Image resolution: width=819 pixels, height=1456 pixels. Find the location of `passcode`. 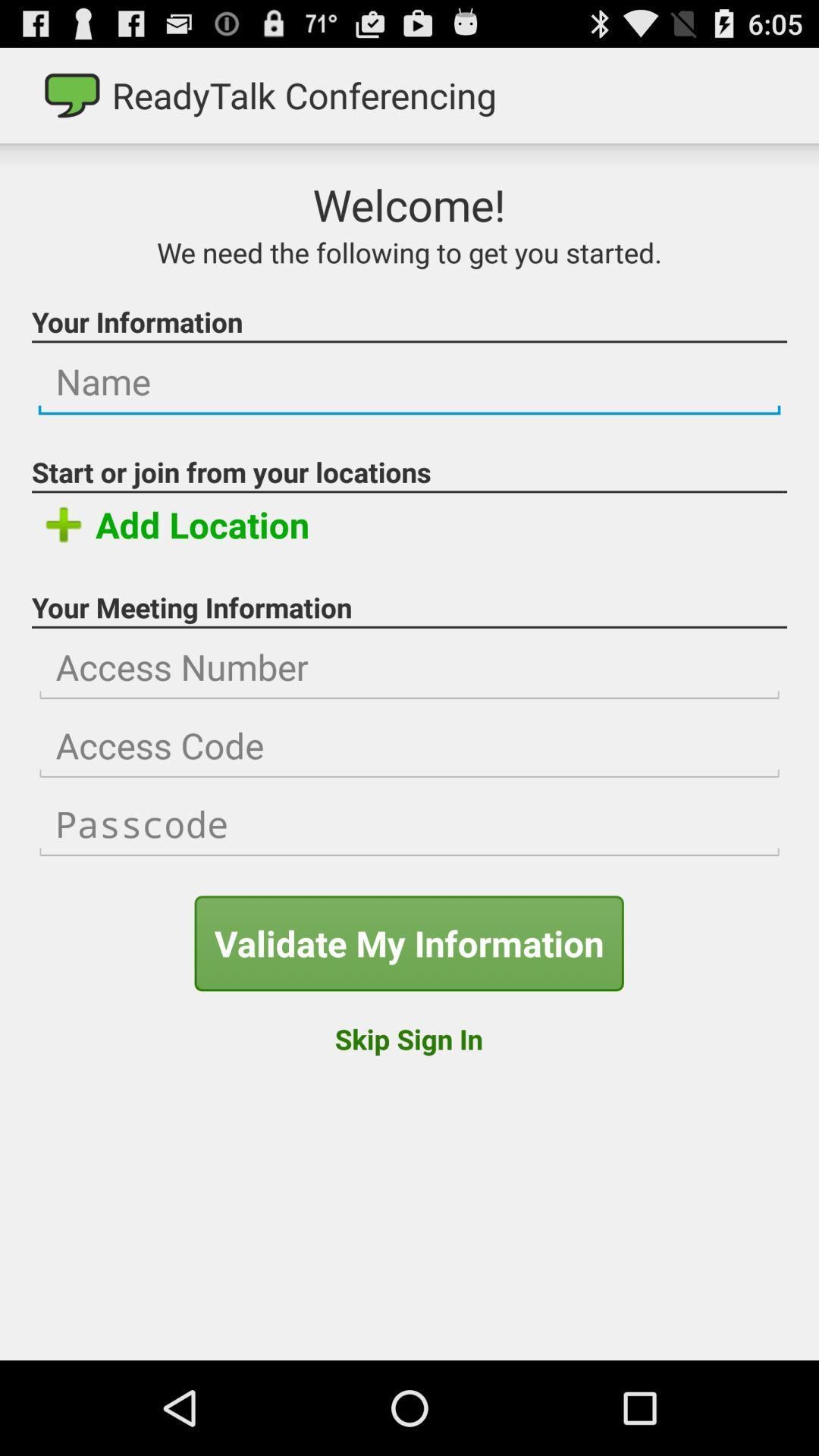

passcode is located at coordinates (409, 824).